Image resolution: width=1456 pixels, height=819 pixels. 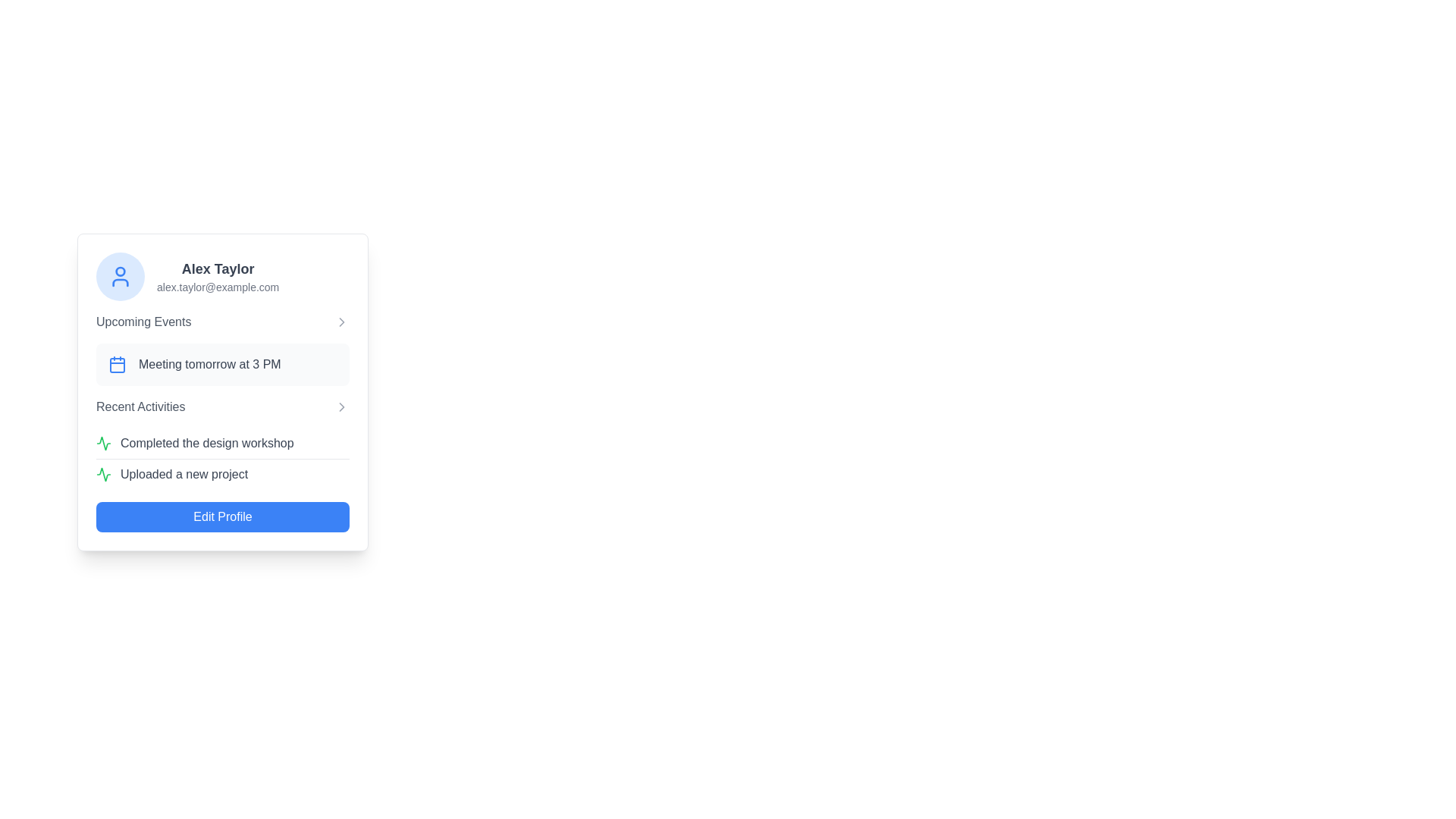 I want to click on the first item in the 'Recent Activities' section which shows the text 'Completed the design workshop.' and has a green waveform icon, so click(x=221, y=444).